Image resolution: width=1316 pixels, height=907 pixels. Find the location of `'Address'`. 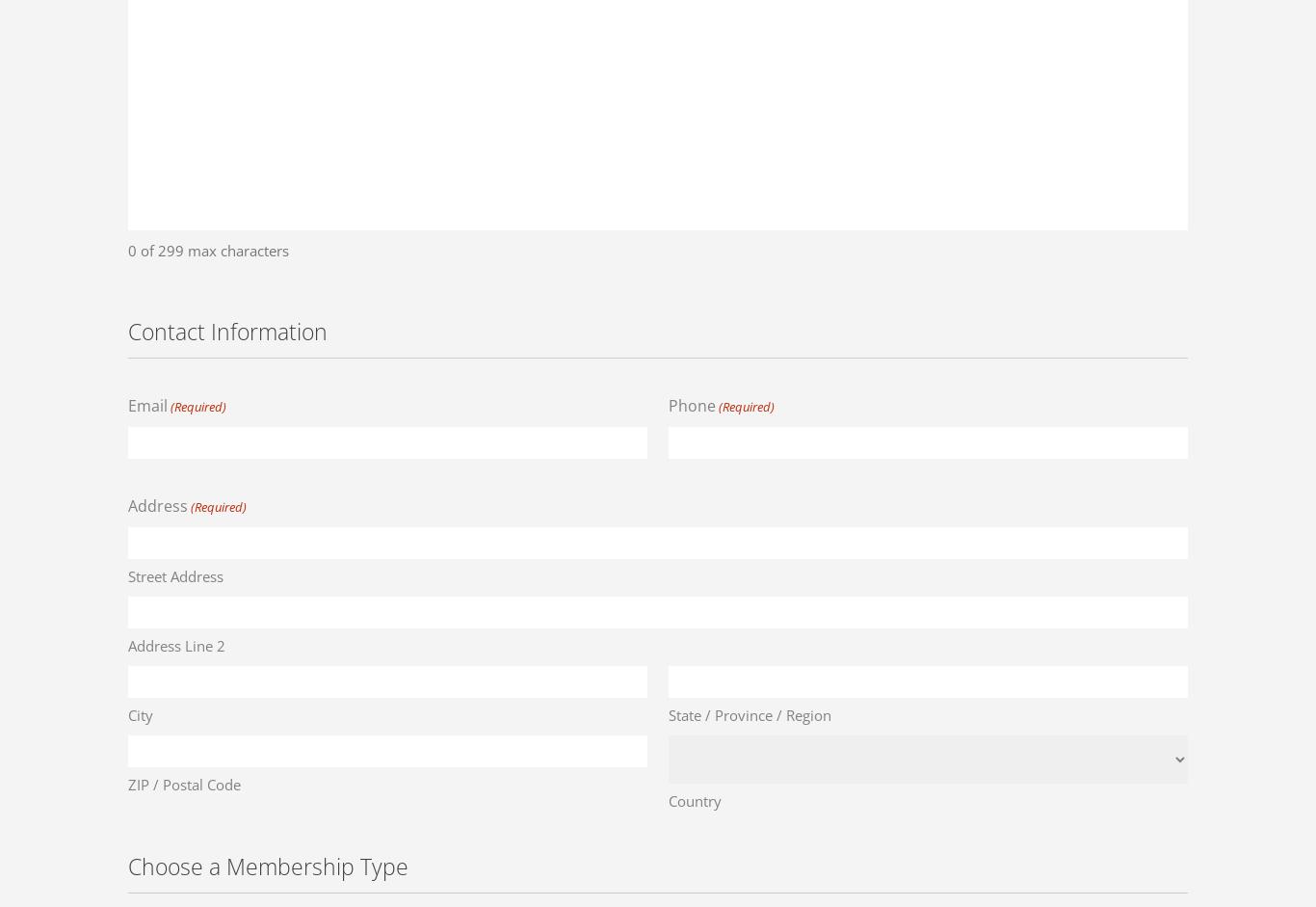

'Address' is located at coordinates (157, 505).